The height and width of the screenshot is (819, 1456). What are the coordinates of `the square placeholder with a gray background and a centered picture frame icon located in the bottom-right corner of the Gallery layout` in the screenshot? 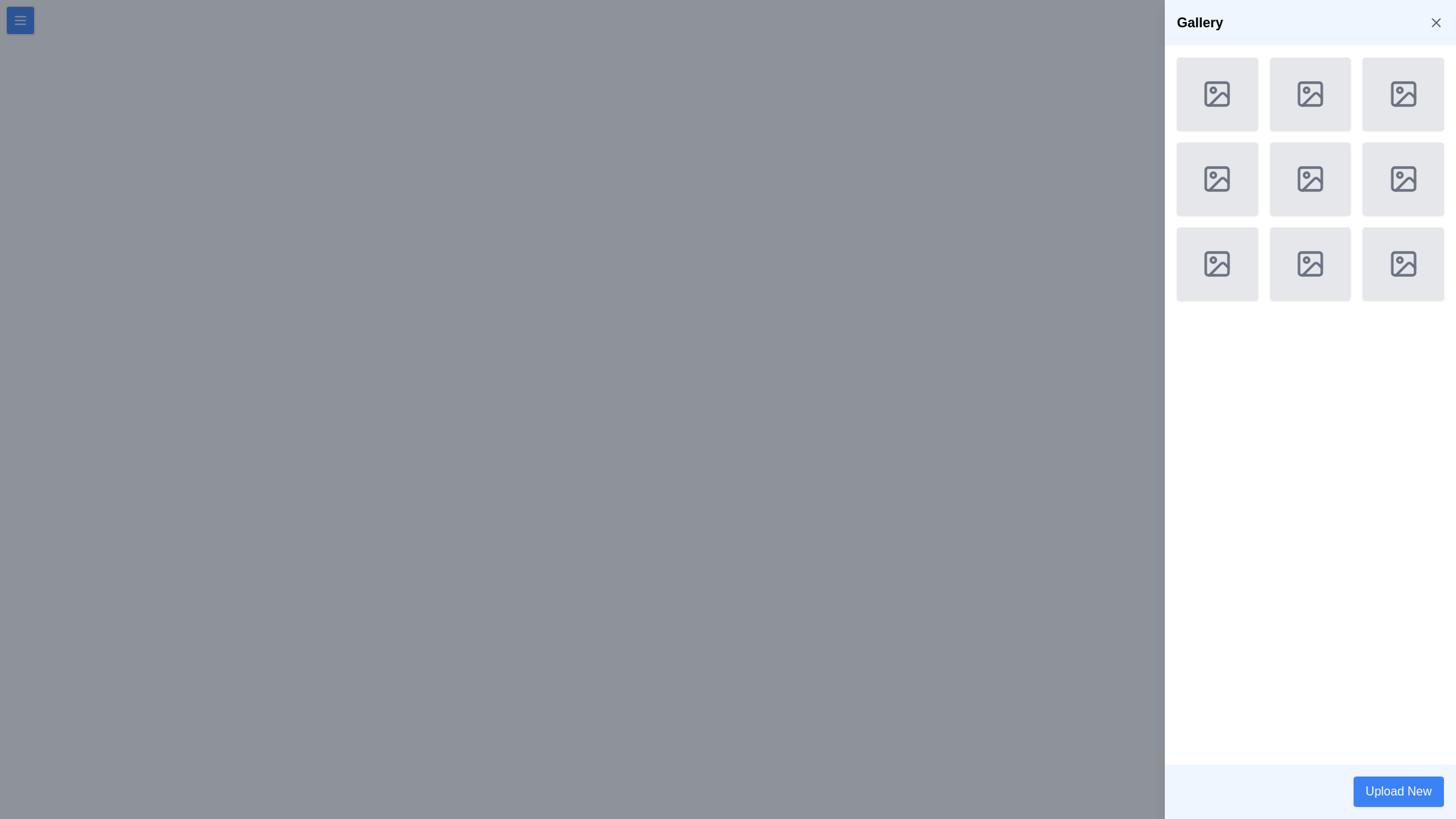 It's located at (1402, 262).